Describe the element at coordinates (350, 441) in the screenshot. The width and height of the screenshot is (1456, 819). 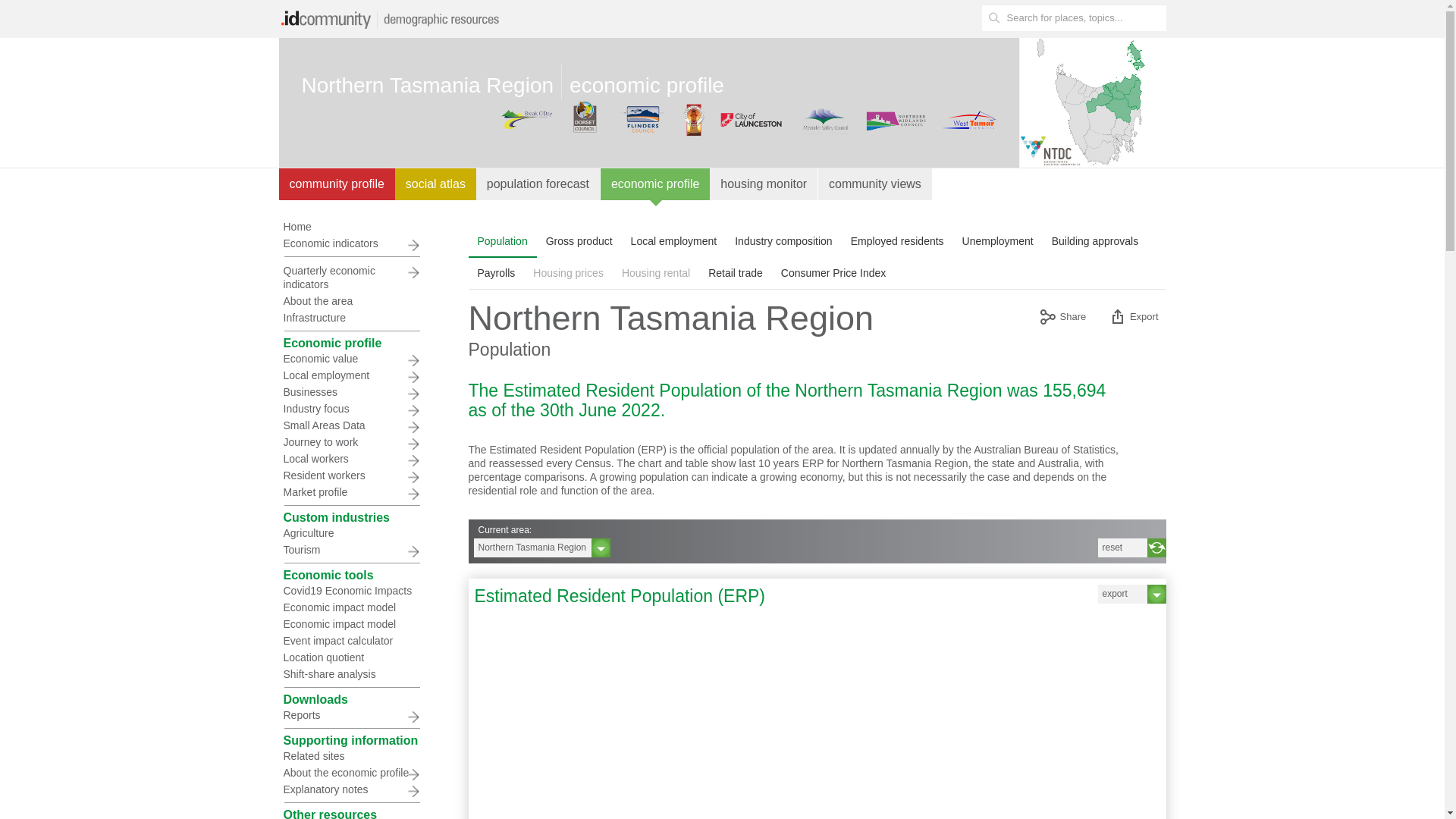
I see `'Journey to work` at that location.